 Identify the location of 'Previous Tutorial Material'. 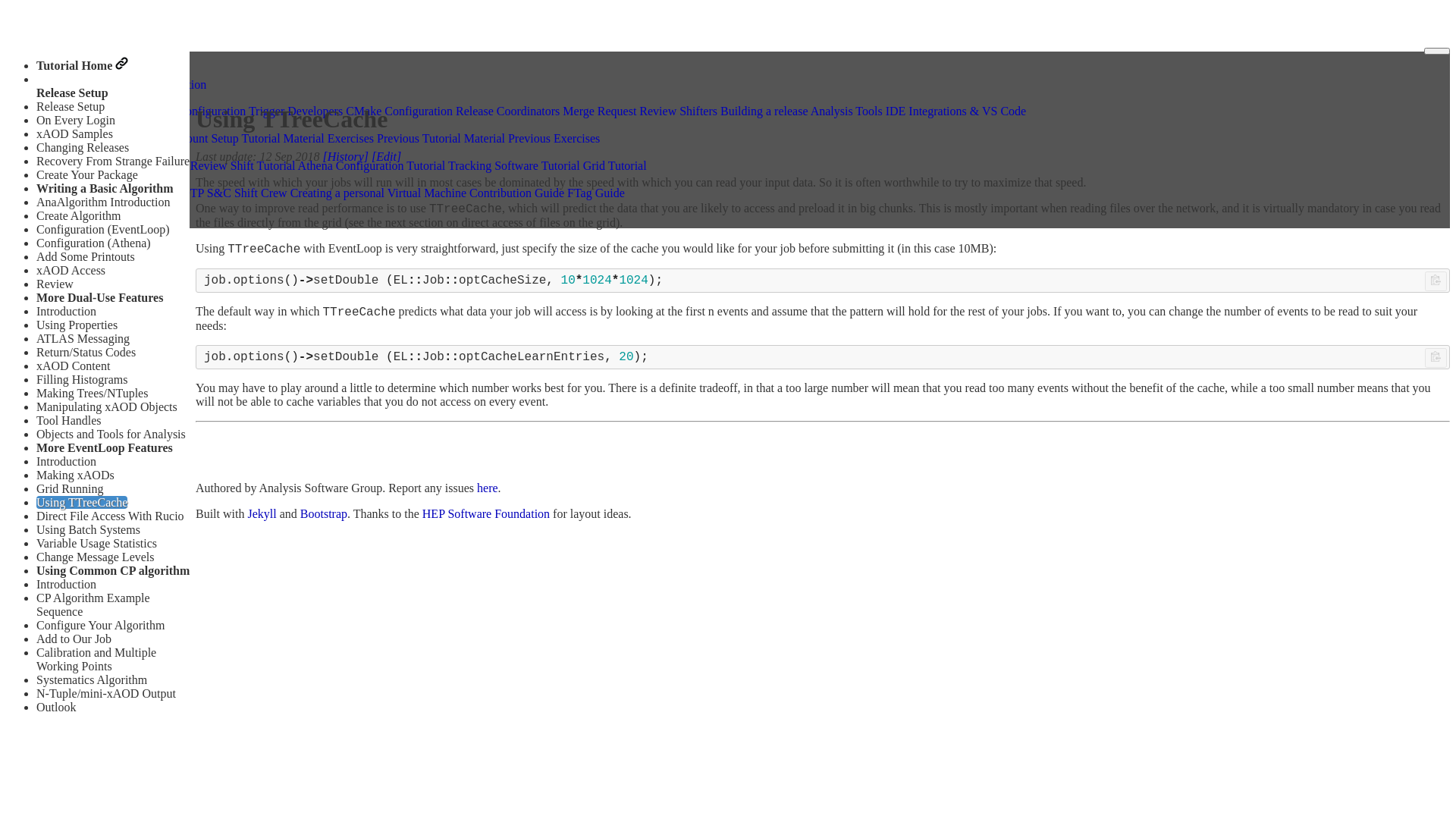
(440, 138).